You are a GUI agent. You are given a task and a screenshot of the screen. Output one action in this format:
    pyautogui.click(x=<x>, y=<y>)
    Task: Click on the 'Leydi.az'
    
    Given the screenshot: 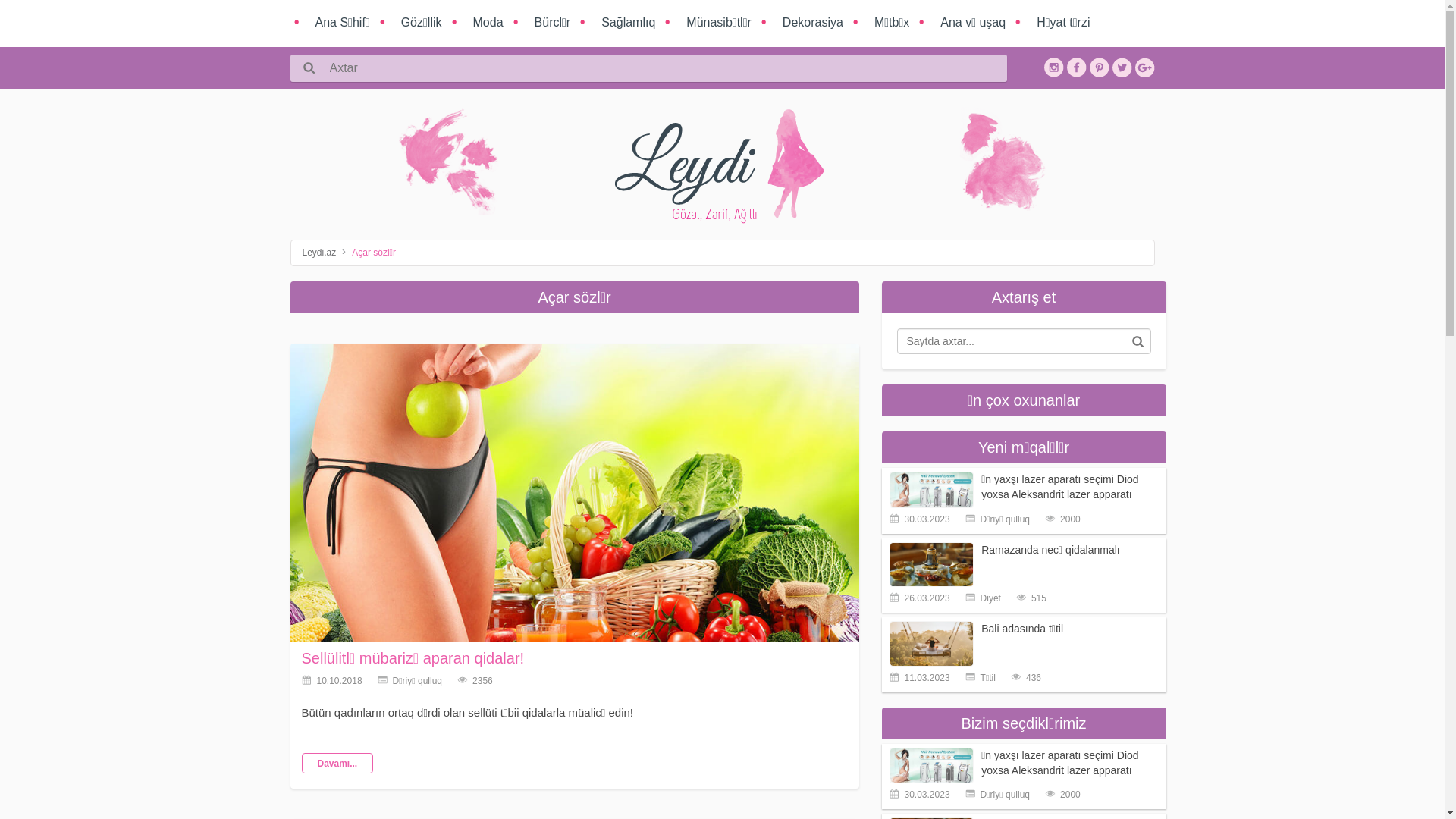 What is the action you would take?
    pyautogui.click(x=323, y=251)
    